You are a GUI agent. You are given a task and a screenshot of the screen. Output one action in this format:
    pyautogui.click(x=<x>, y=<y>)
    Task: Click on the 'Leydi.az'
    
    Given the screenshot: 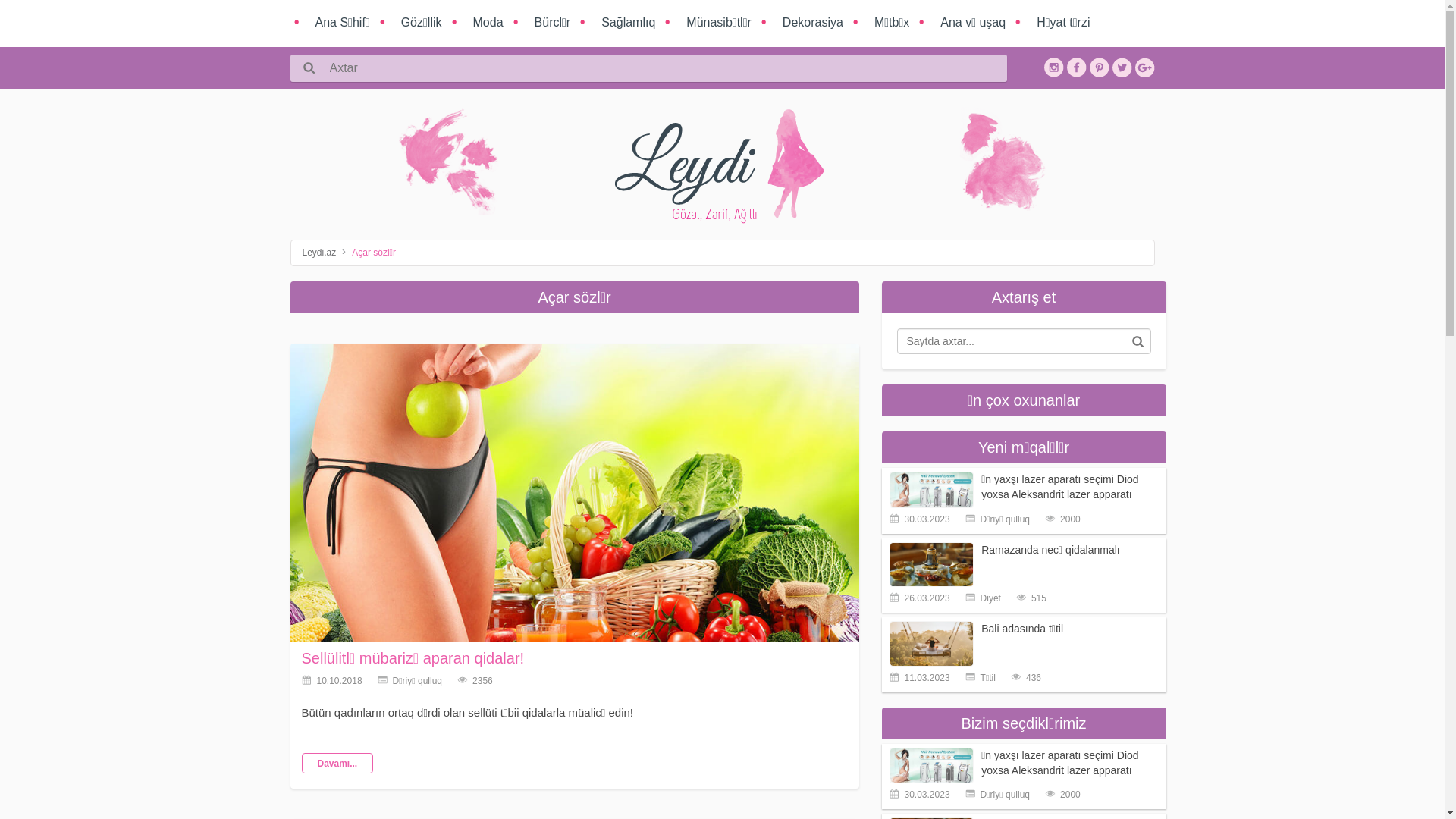 What is the action you would take?
    pyautogui.click(x=323, y=251)
    